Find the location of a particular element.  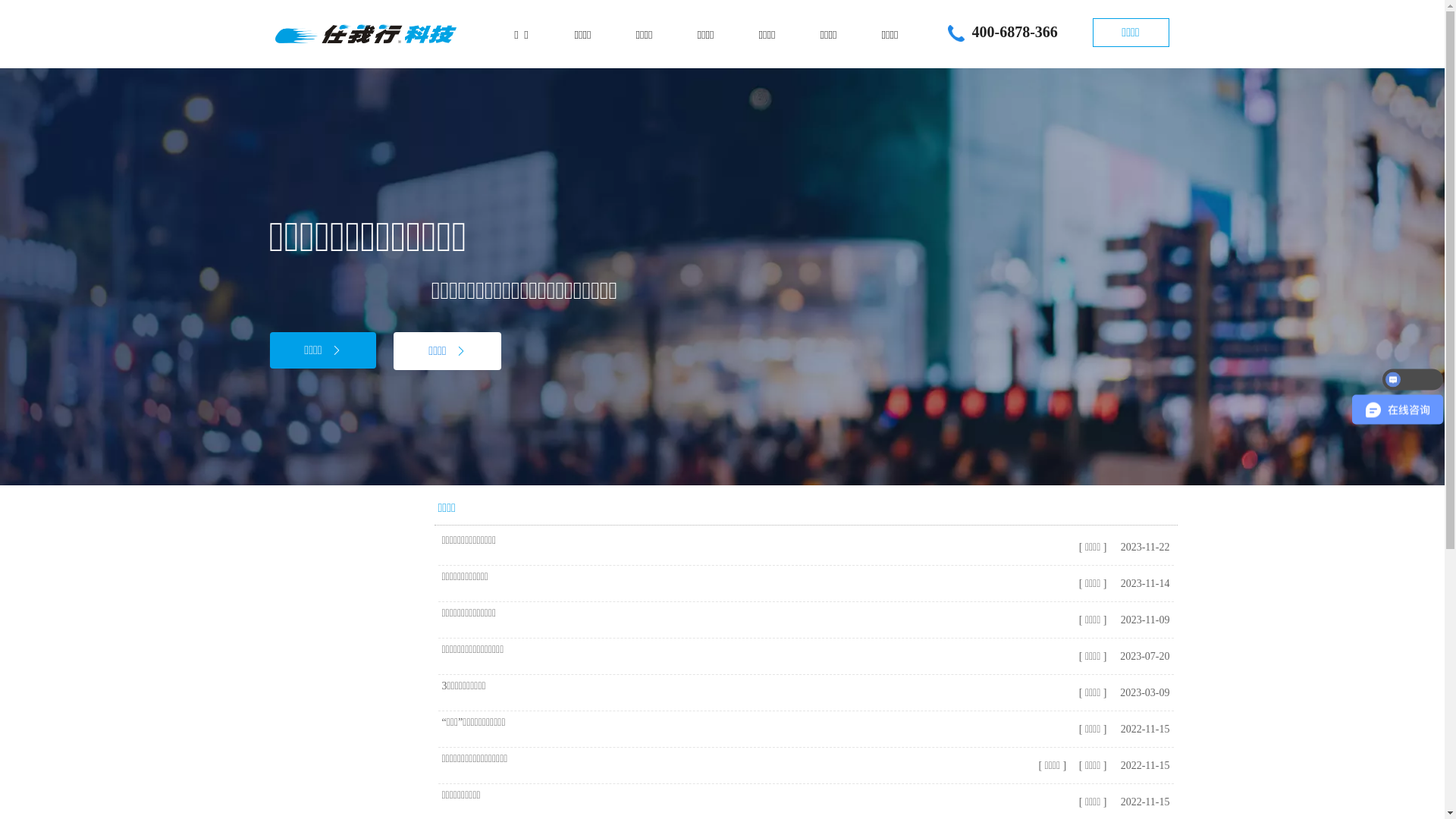

'2022-11-15' is located at coordinates (1143, 728).